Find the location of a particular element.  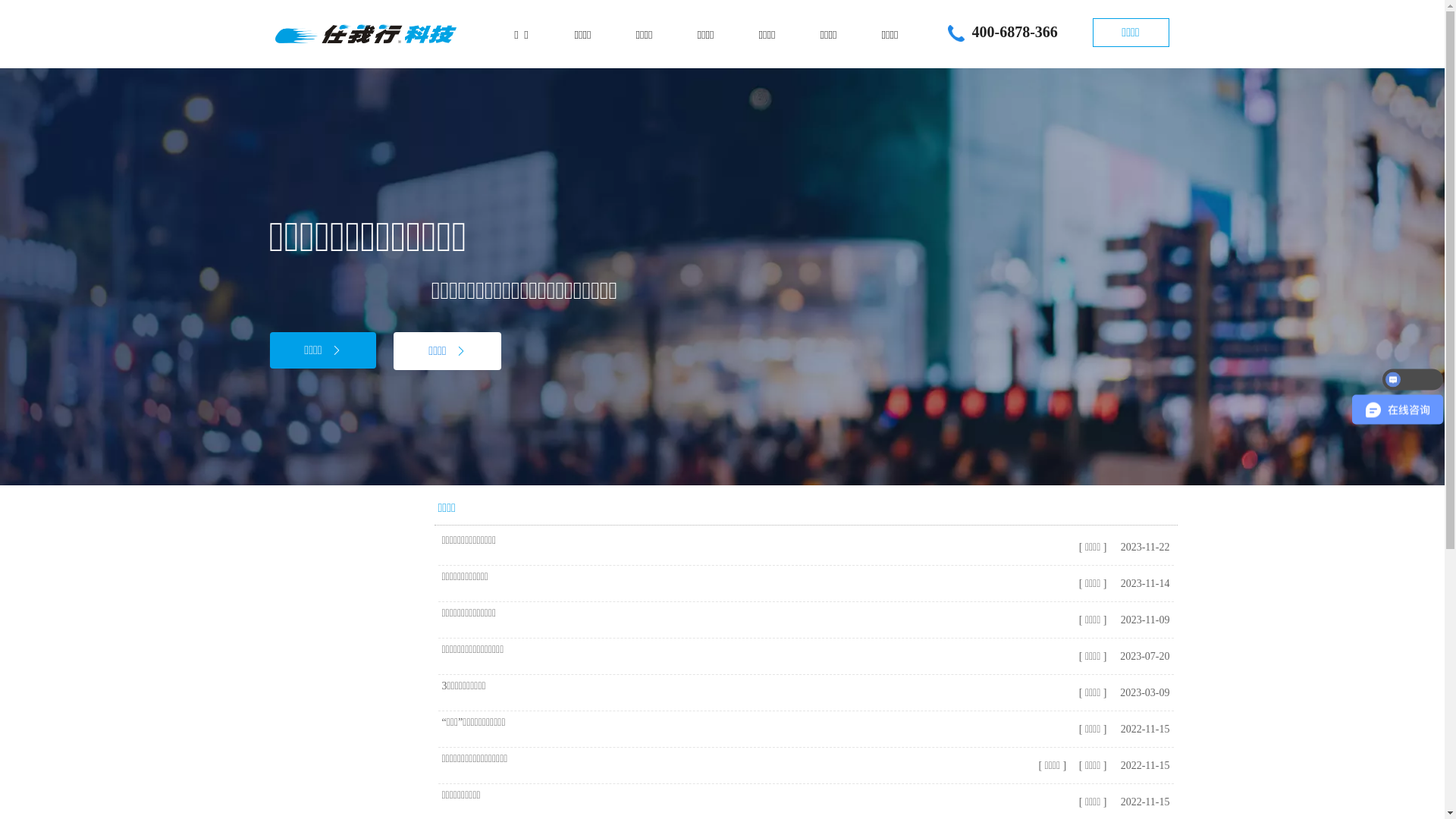

'2022-11-15' is located at coordinates (1143, 728).